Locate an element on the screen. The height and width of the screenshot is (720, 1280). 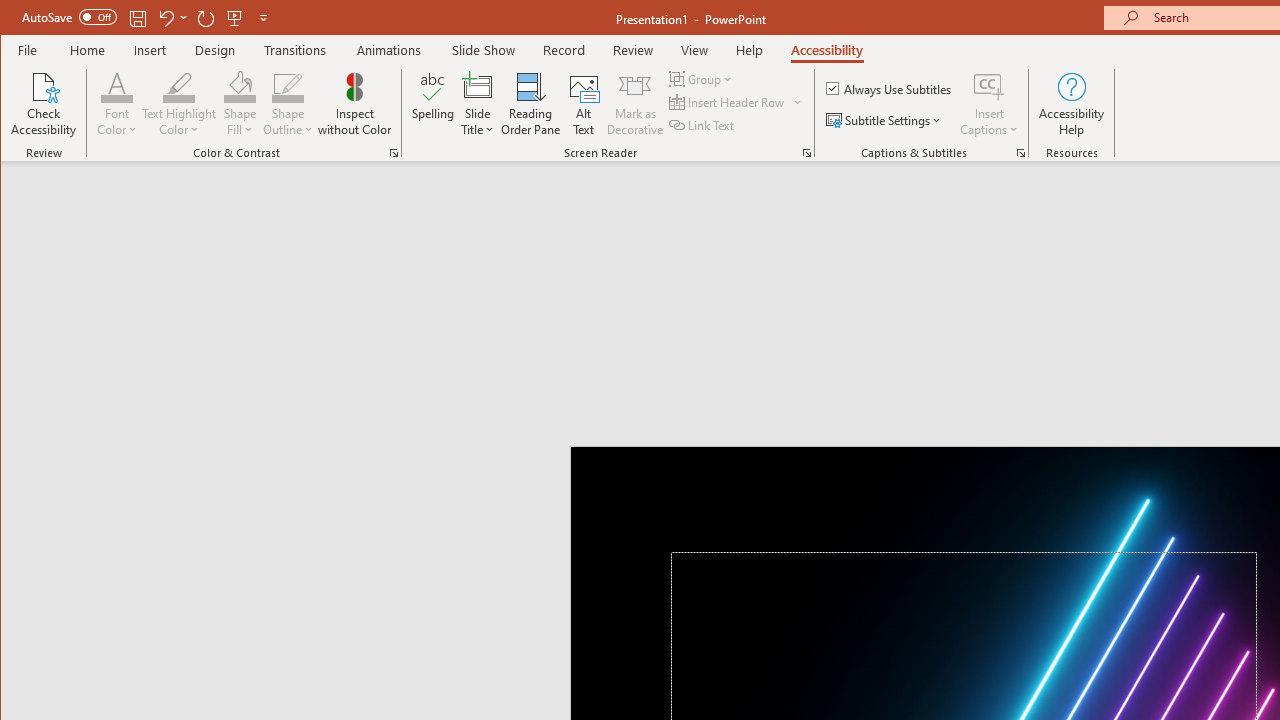
'Subtitle Settings' is located at coordinates (884, 120).